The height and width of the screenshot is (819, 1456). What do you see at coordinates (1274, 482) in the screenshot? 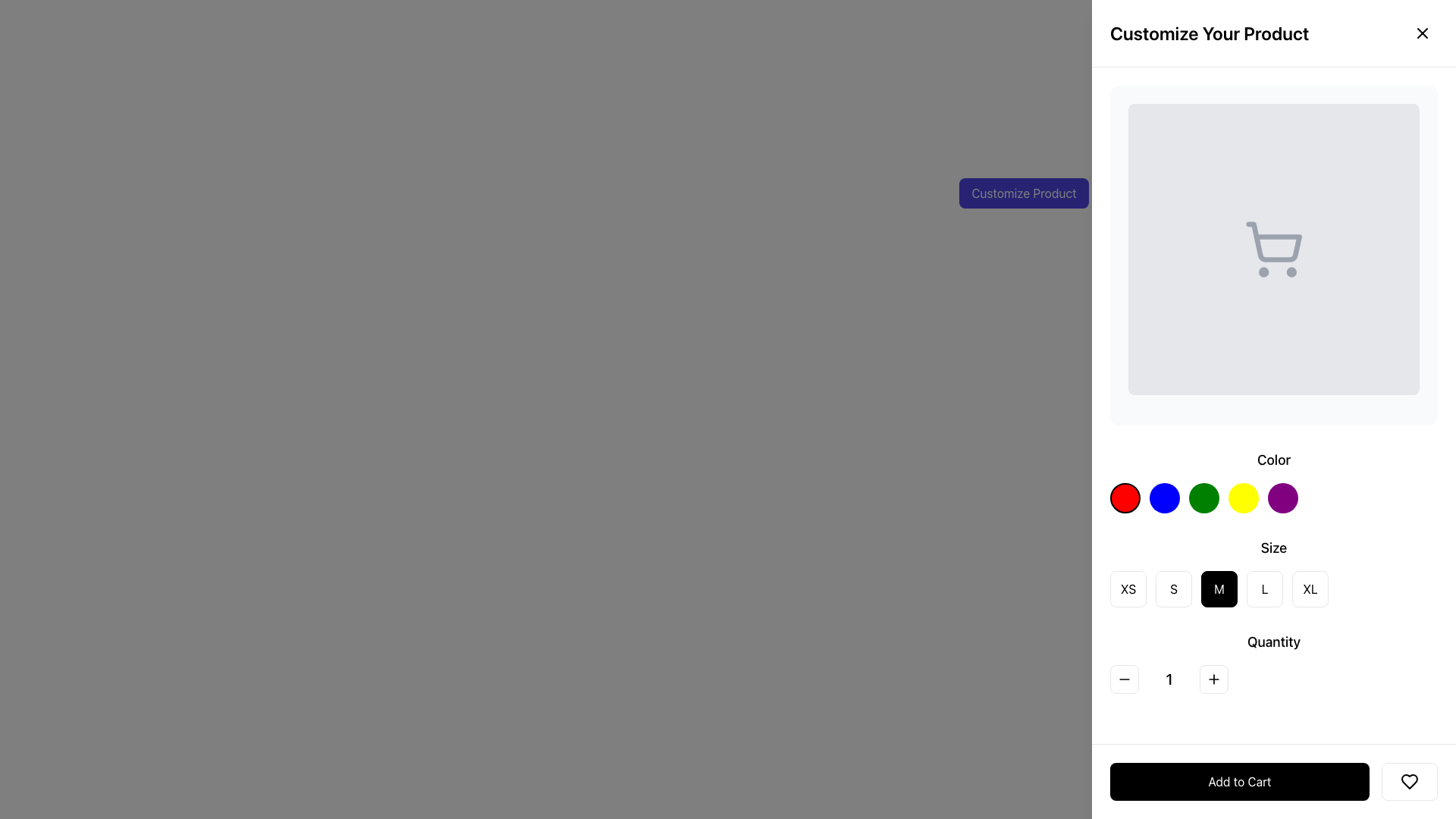
I see `the color button in the Color selection group labeled 'Color'` at bounding box center [1274, 482].